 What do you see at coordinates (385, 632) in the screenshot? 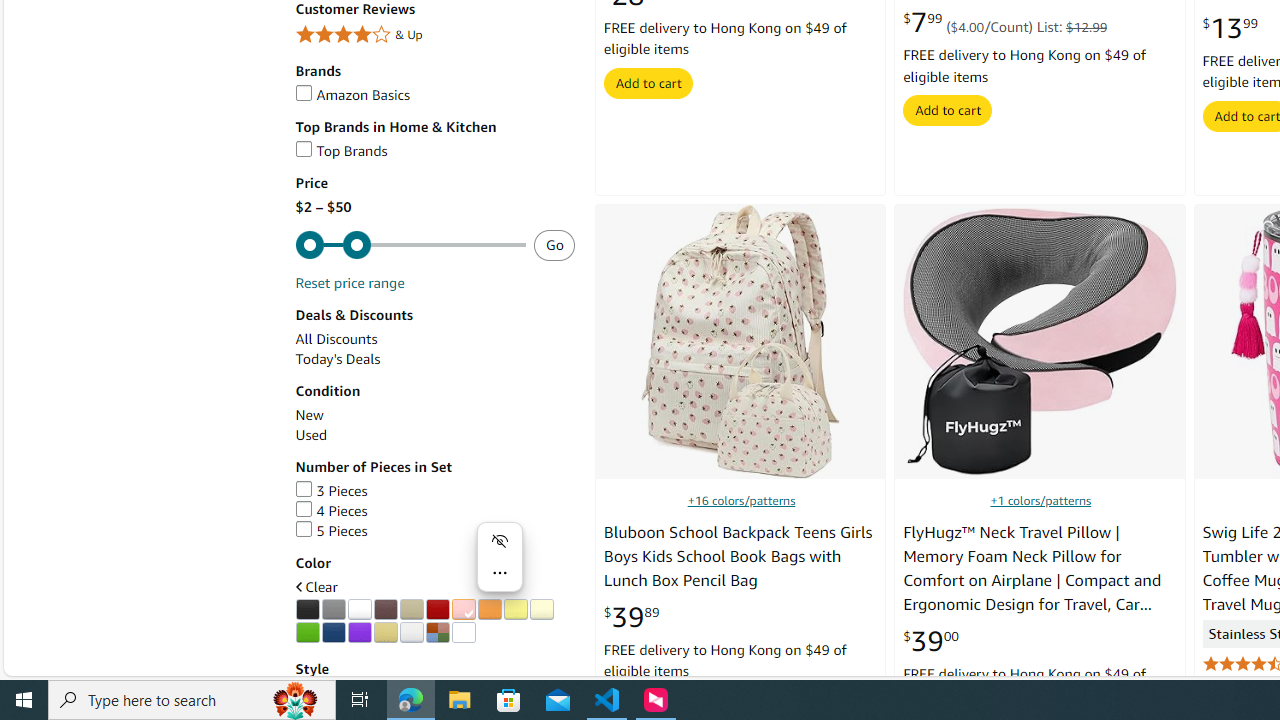
I see `'AutomationID: p_n_feature_twenty_browse-bin/3254111011'` at bounding box center [385, 632].